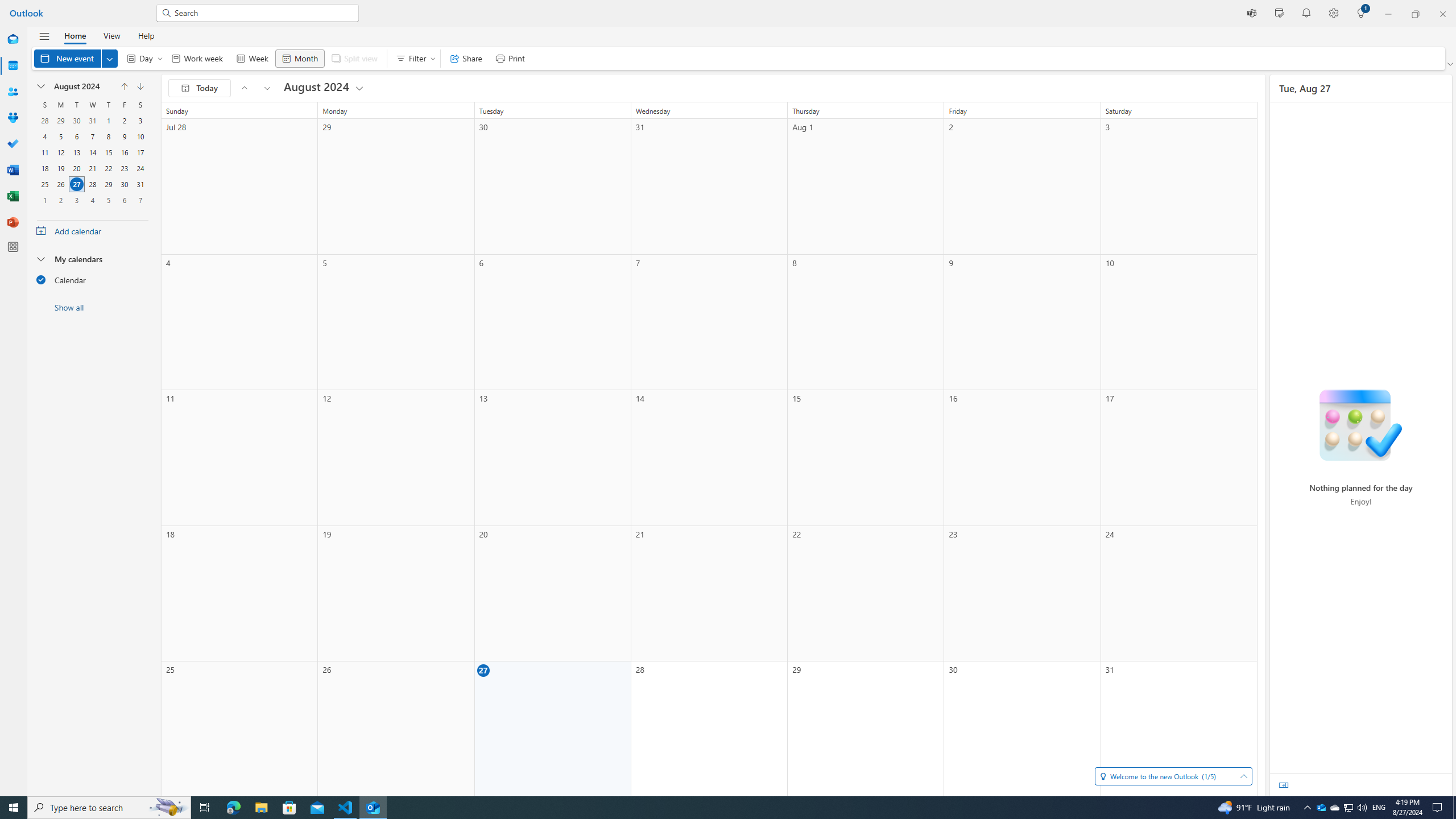 This screenshot has height=819, width=1456. Describe the element at coordinates (1361, 806) in the screenshot. I see `'Q2790: 100%'` at that location.